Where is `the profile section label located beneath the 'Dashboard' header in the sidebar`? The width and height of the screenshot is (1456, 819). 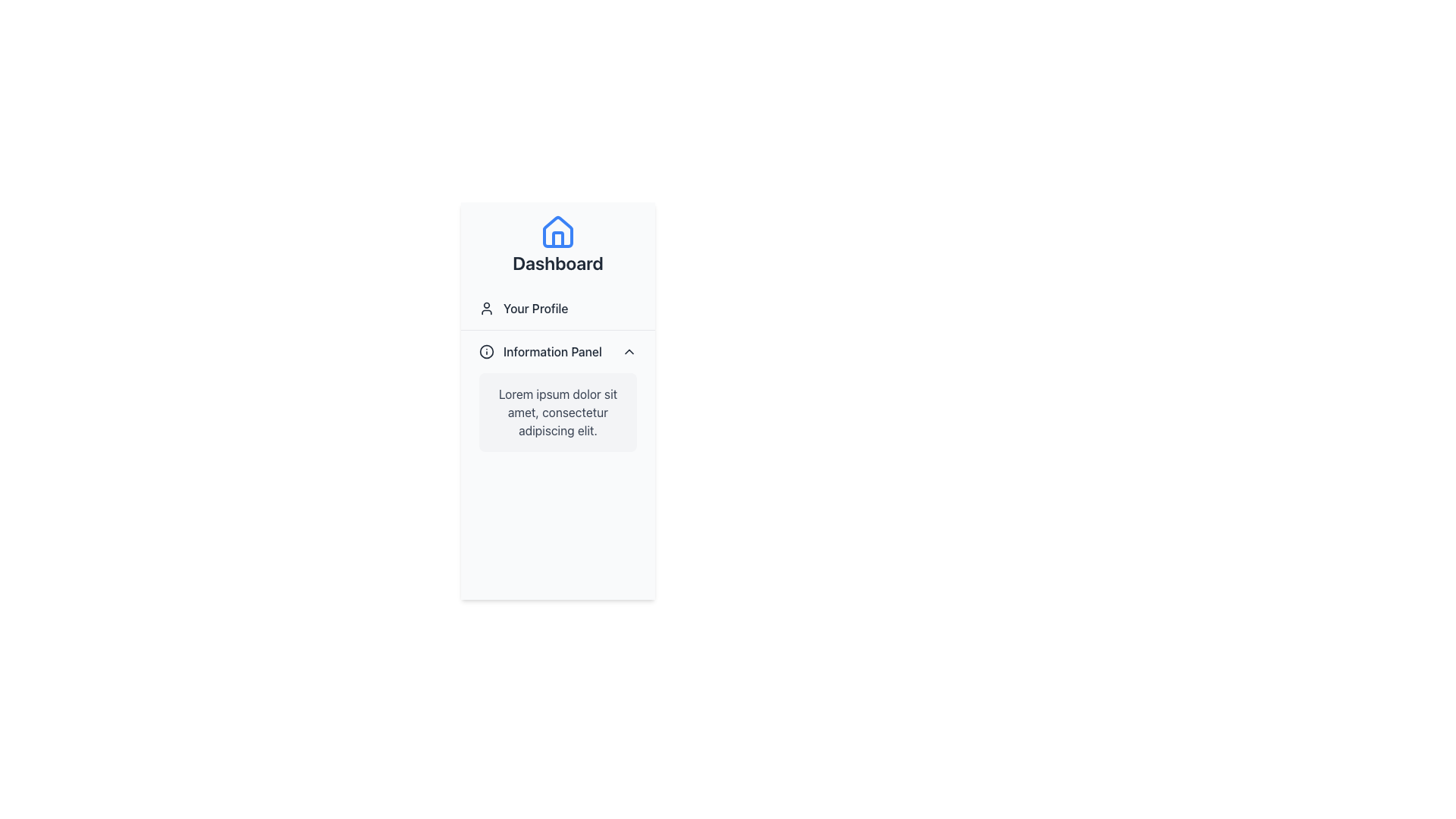 the profile section label located beneath the 'Dashboard' header in the sidebar is located at coordinates (535, 308).